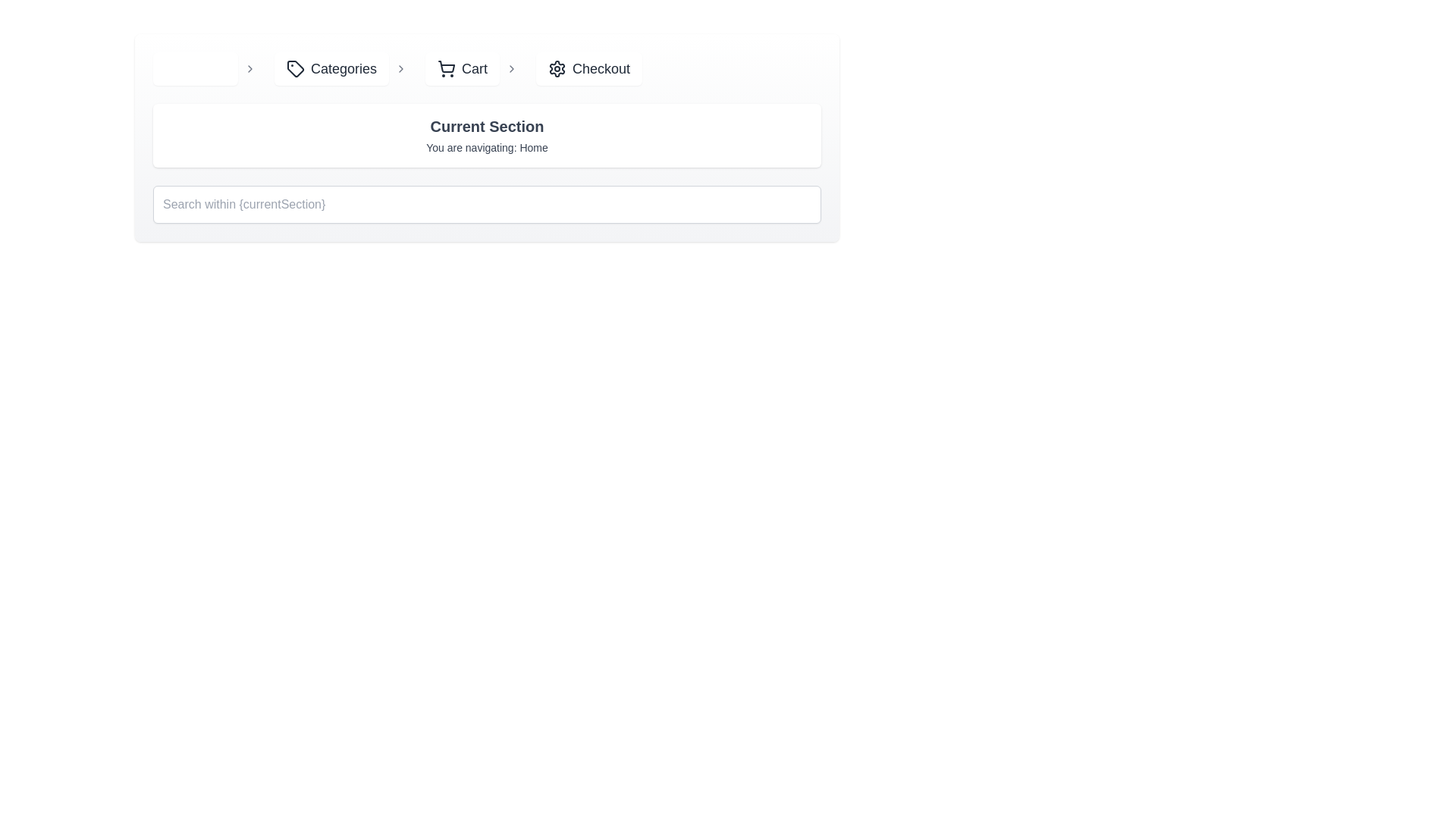 This screenshot has width=1456, height=819. Describe the element at coordinates (601, 69) in the screenshot. I see `the Text Label located to the right of the gear icon for visual feedback in the Checkout section of the application` at that location.